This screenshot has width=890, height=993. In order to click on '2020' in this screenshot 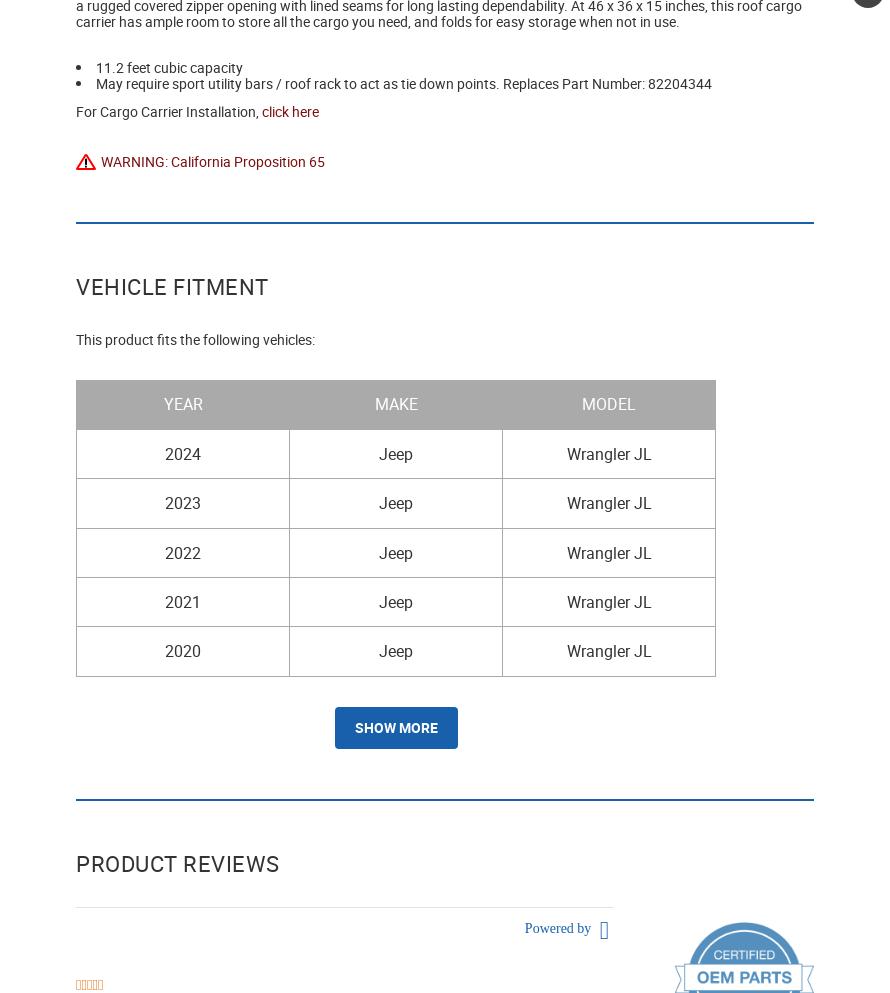, I will do `click(165, 651)`.